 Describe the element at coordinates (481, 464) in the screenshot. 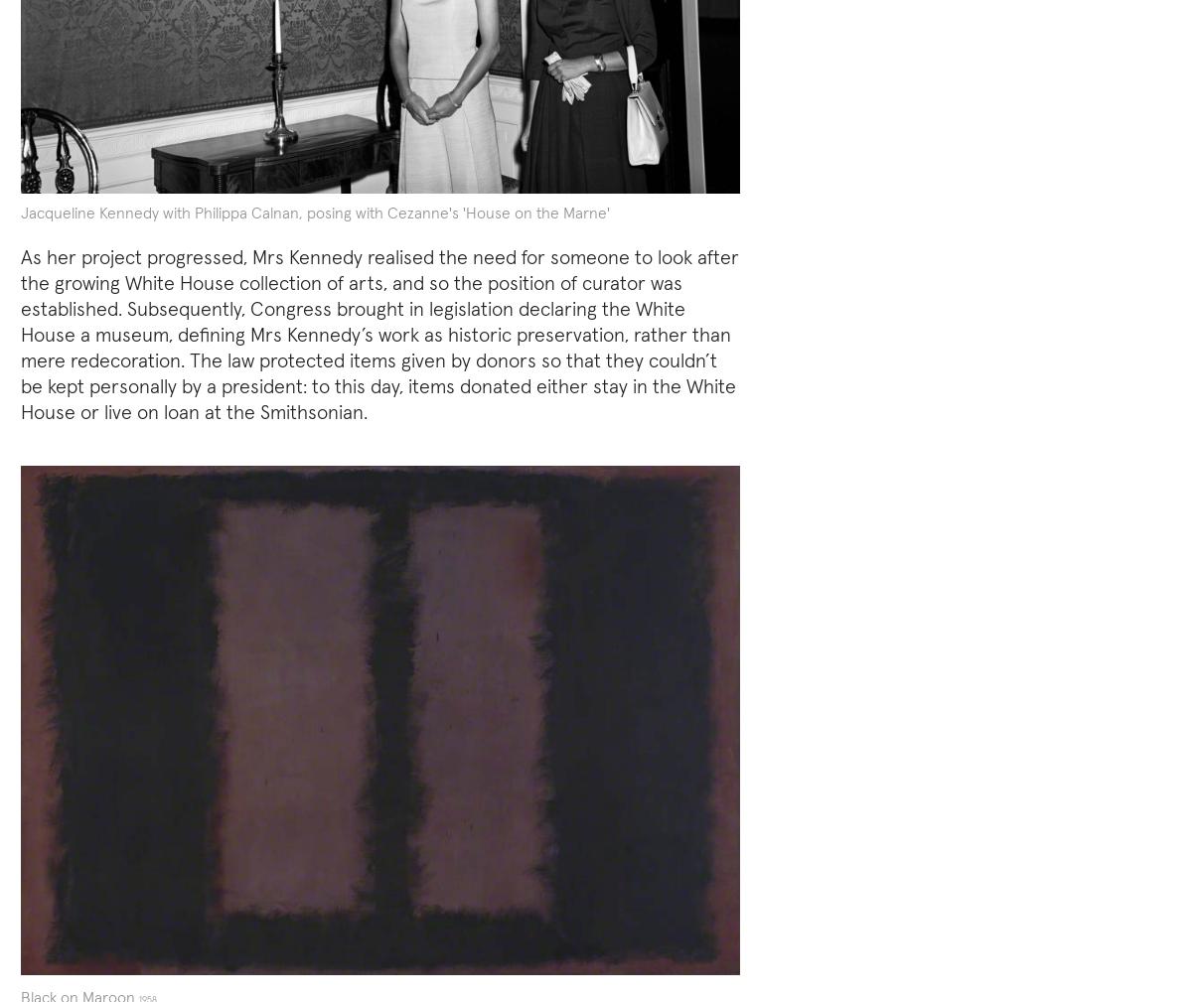

I see `'Robert Rauschenberg'` at that location.